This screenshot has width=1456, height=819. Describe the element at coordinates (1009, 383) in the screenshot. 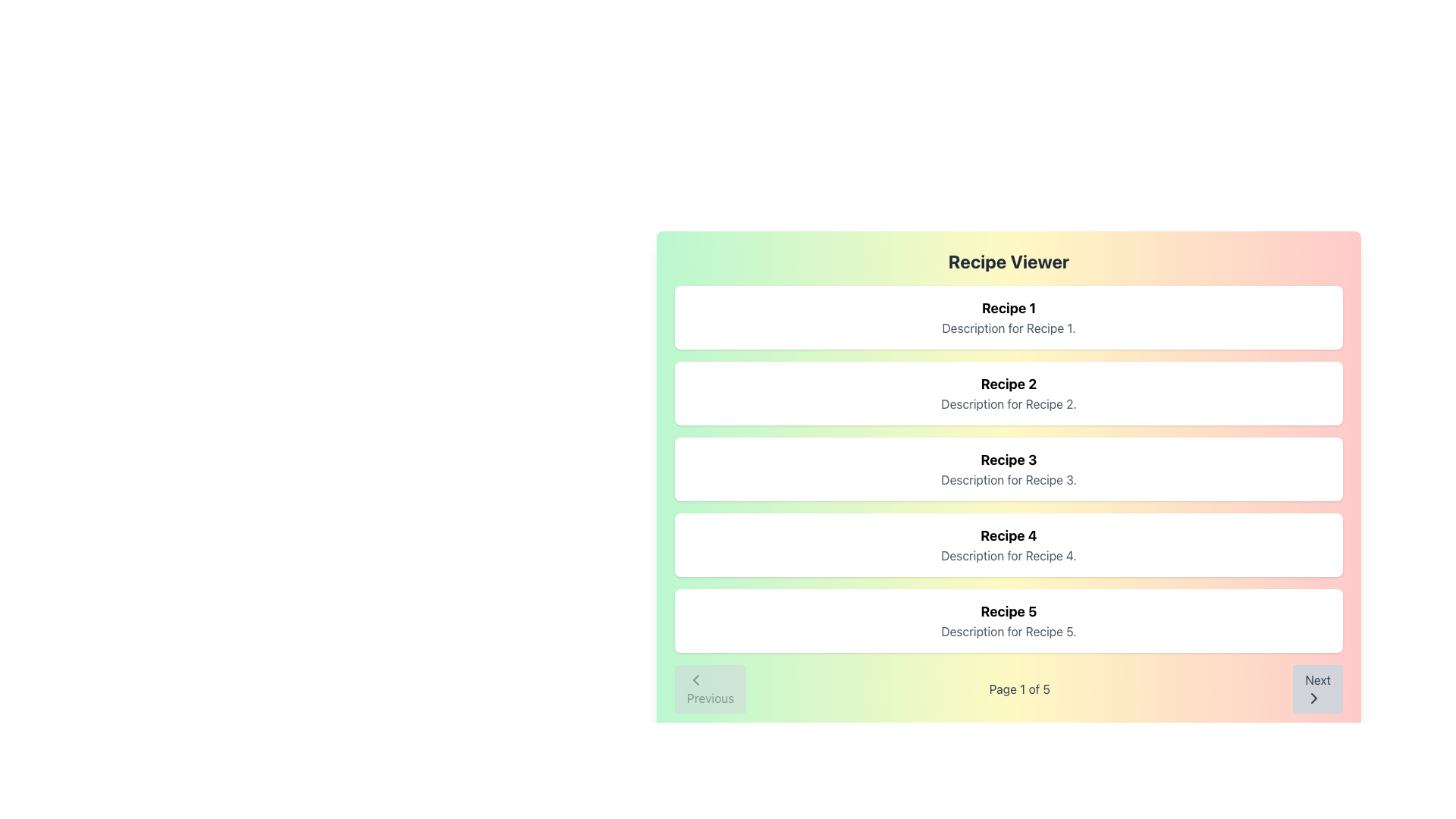

I see `the text element displaying 'Recipe 2', which is styled as a bold heading and located in the second card-like section of the content area` at that location.